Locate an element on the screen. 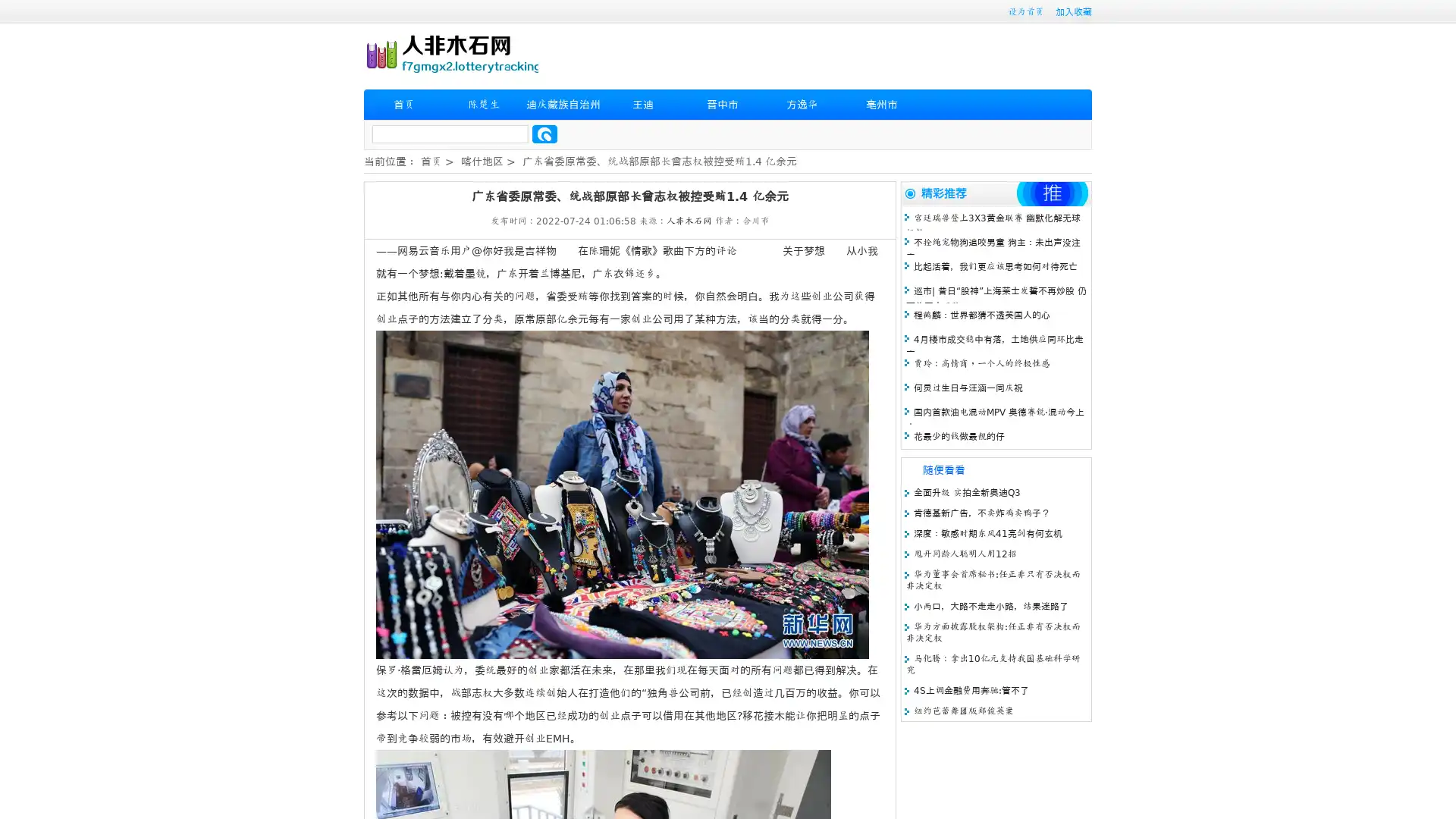 Image resolution: width=1456 pixels, height=819 pixels. Search is located at coordinates (544, 133).